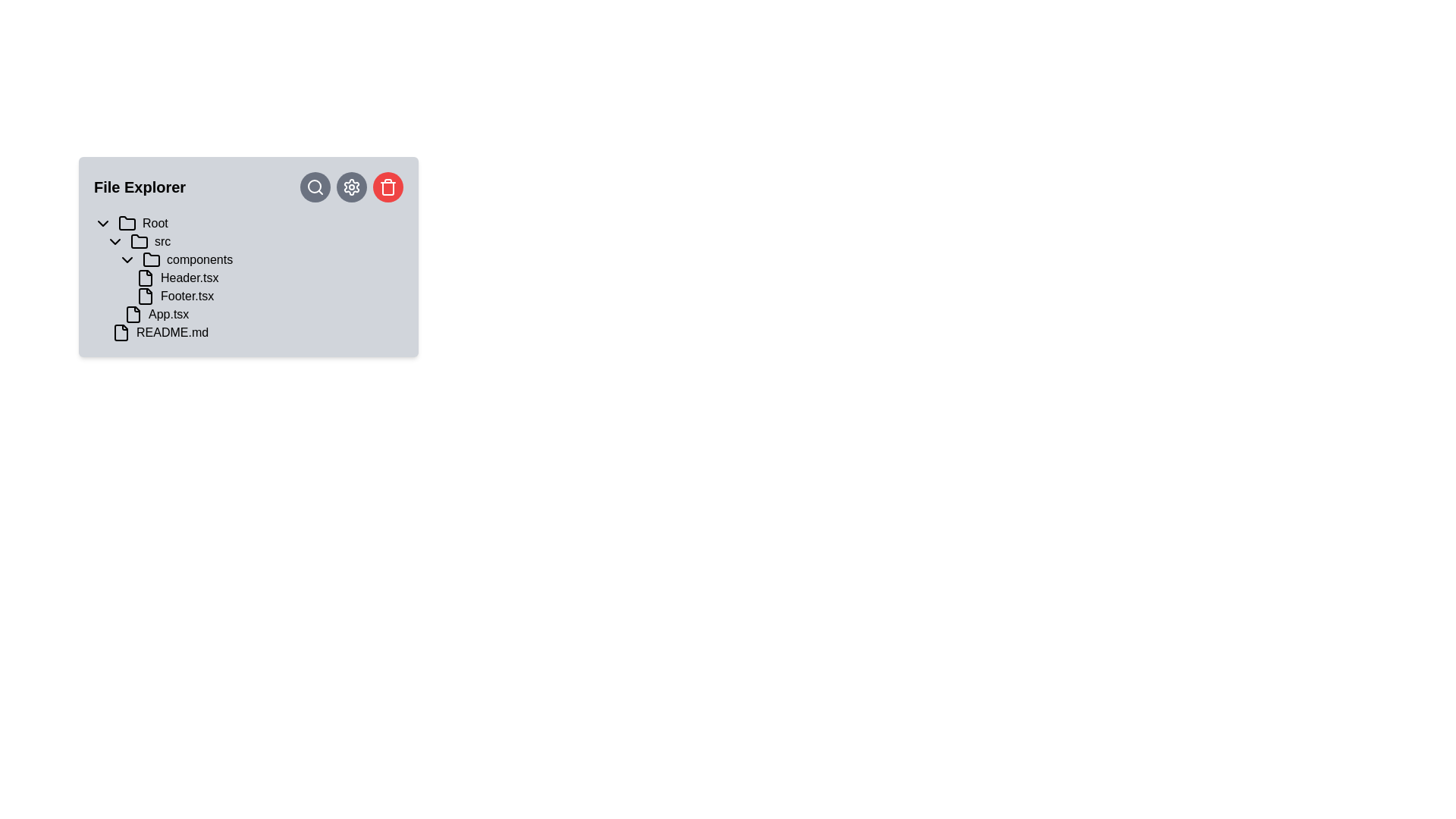 The height and width of the screenshot is (819, 1456). Describe the element at coordinates (140, 186) in the screenshot. I see `the 'File Explorer' text label, which is displayed in a bold, large font style at the upper-left side of the panel interface` at that location.